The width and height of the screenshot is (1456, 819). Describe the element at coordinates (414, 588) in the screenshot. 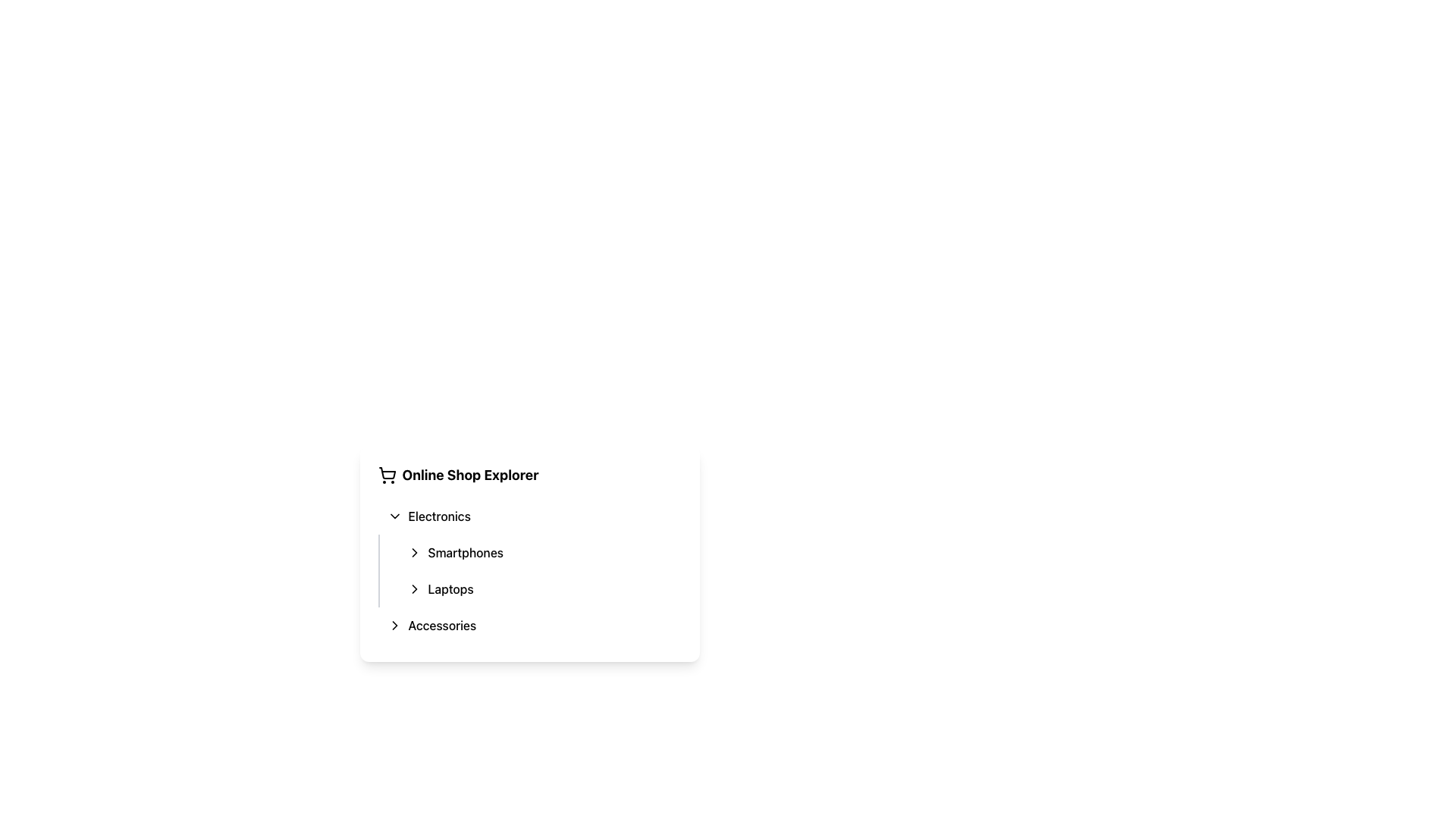

I see `the Chevron icon located to the left of the 'Laptops' text` at that location.